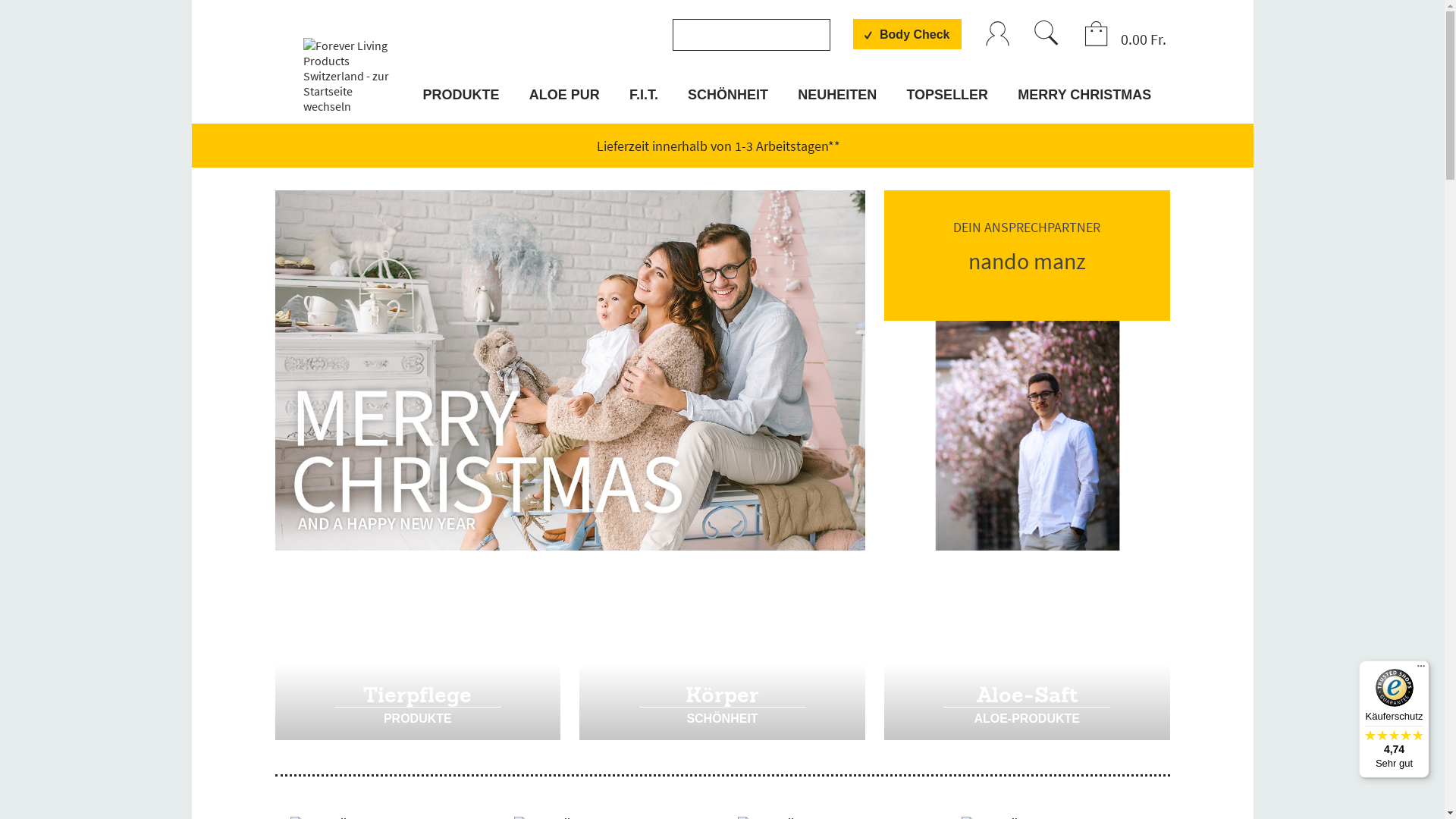 Image resolution: width=1456 pixels, height=819 pixels. I want to click on 'PRODUKTE', so click(462, 103).